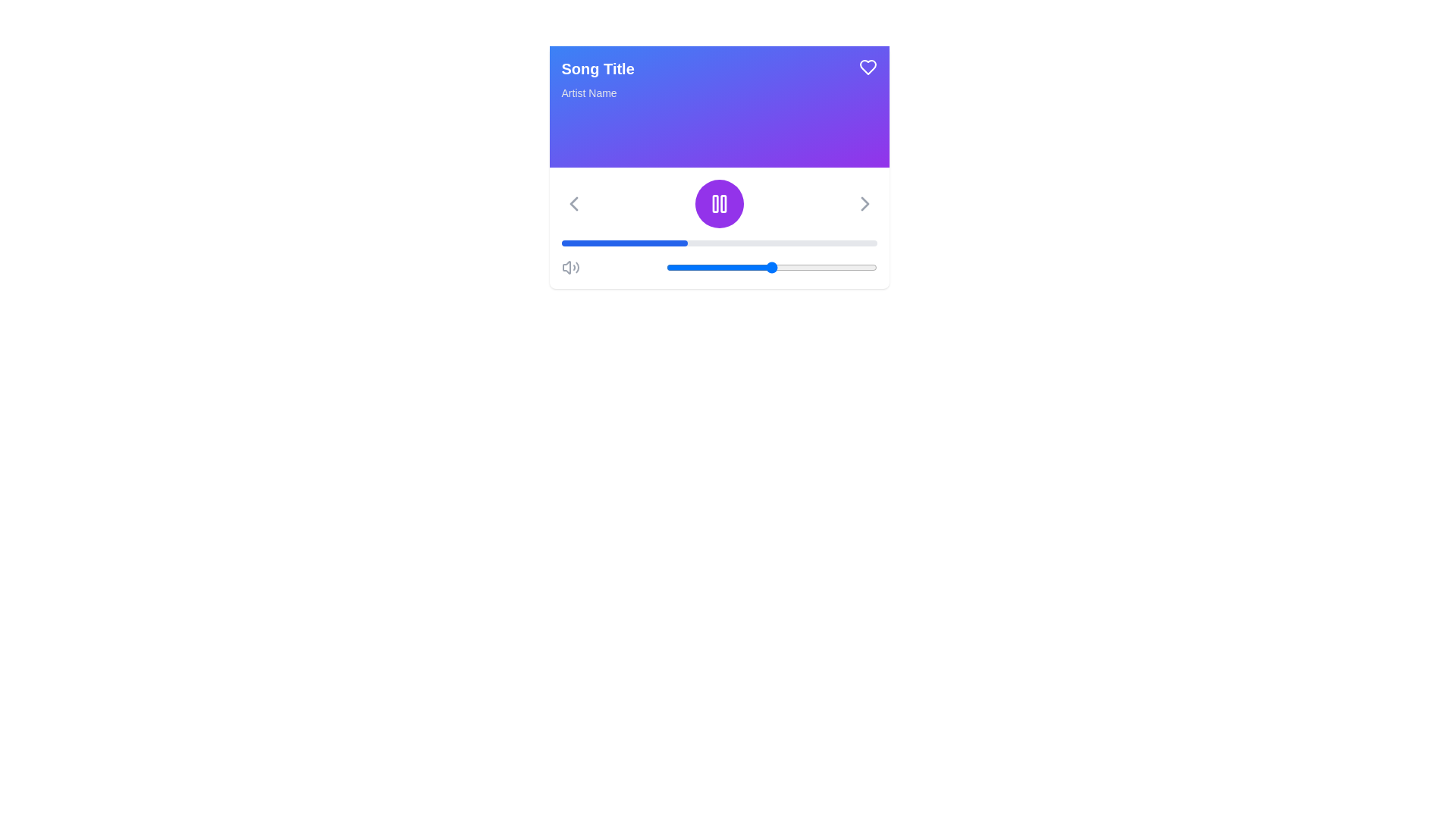 Image resolution: width=1456 pixels, height=819 pixels. What do you see at coordinates (784, 267) in the screenshot?
I see `volume` at bounding box center [784, 267].